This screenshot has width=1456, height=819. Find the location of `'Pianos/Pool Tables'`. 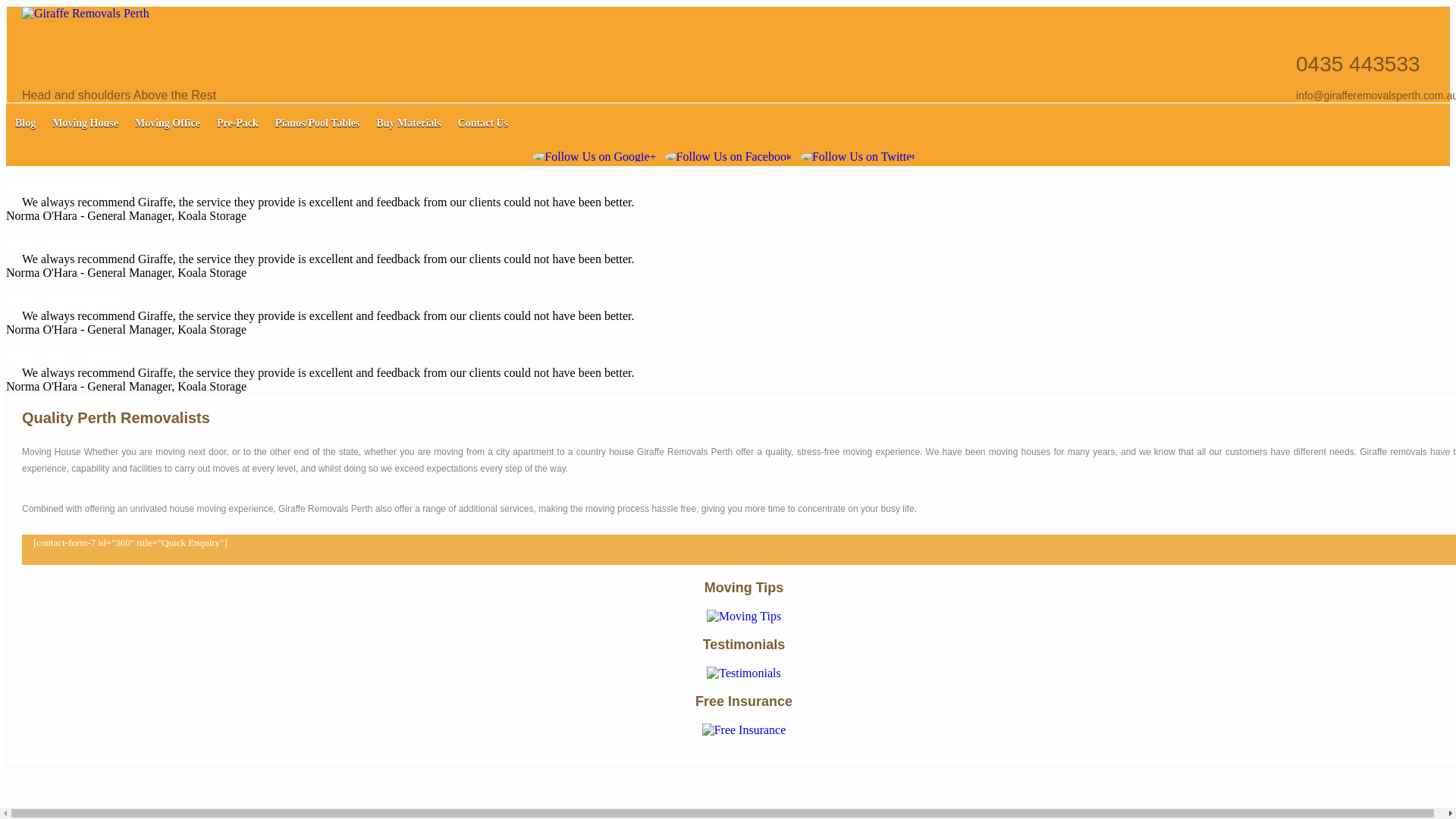

'Pianos/Pool Tables' is located at coordinates (275, 122).